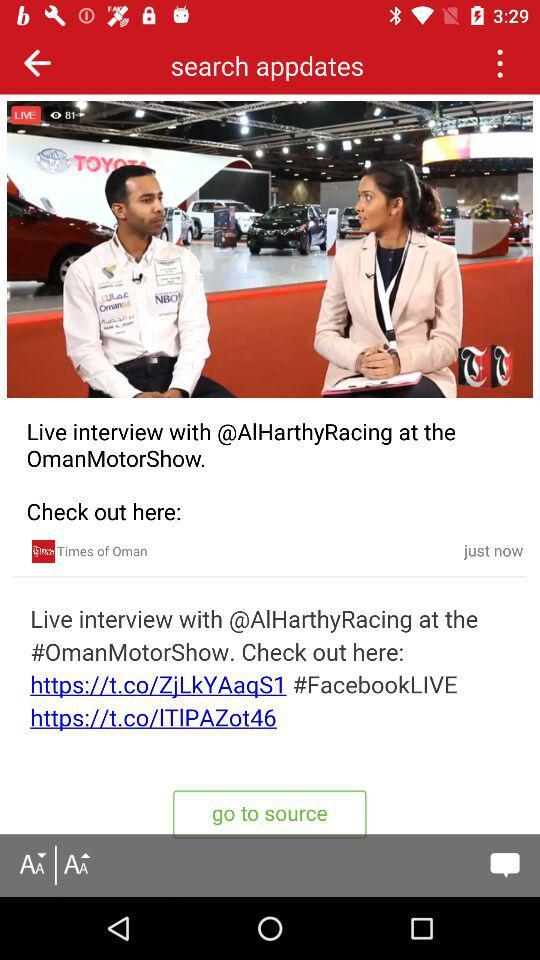 The image size is (540, 960). I want to click on go back, so click(37, 62).